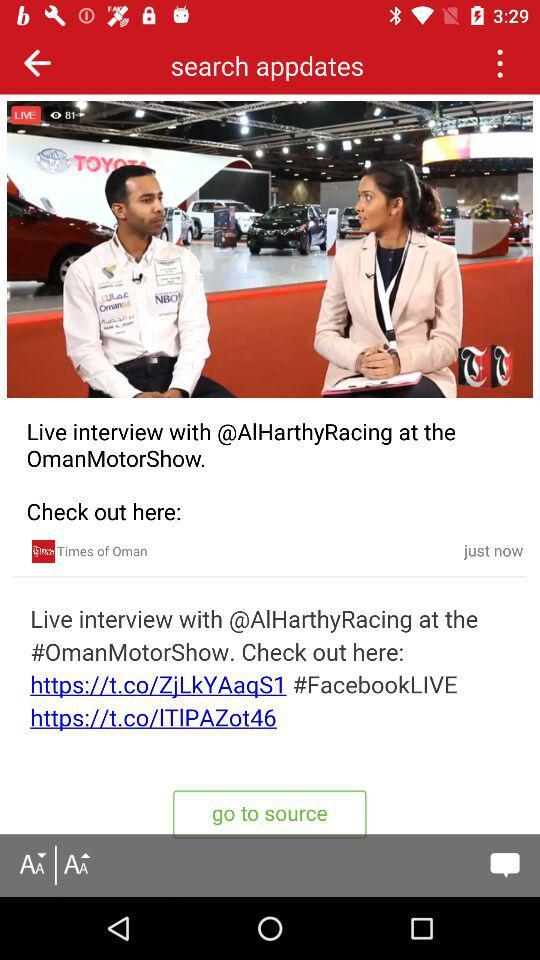 The image size is (540, 960). I want to click on go back, so click(37, 62).